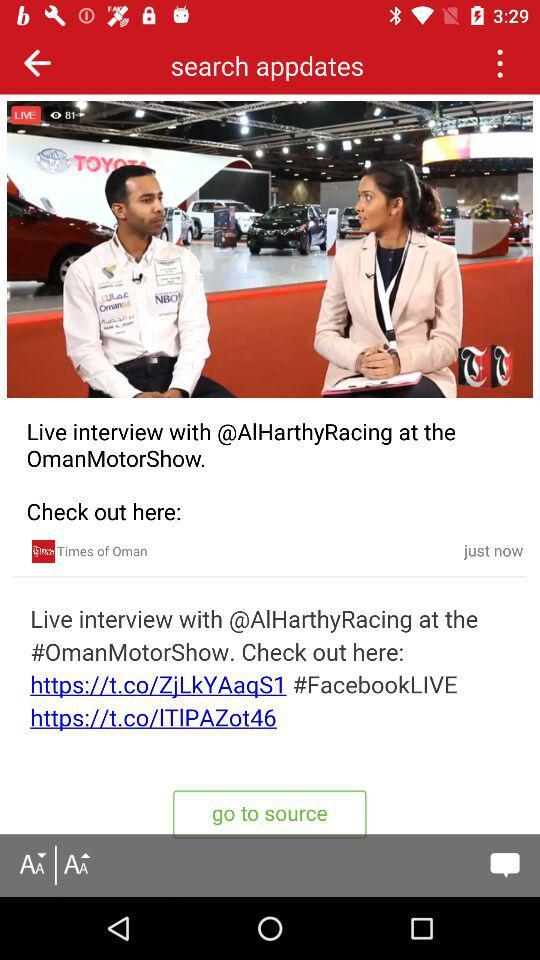 The image size is (540, 960). I want to click on go back, so click(37, 62).